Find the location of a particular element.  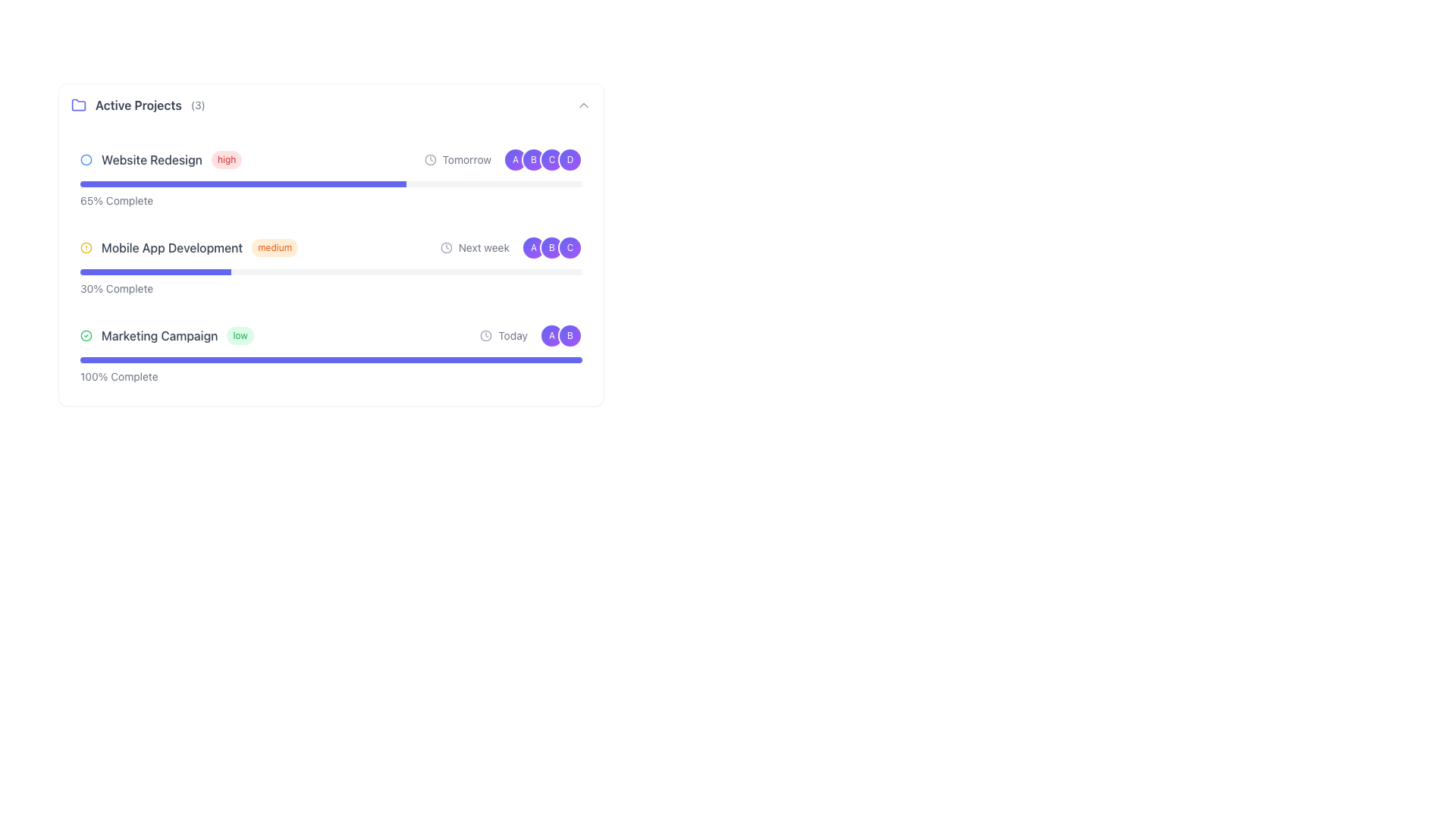

the avatars within the 'Marketing Campaign' project widget is located at coordinates (531, 335).